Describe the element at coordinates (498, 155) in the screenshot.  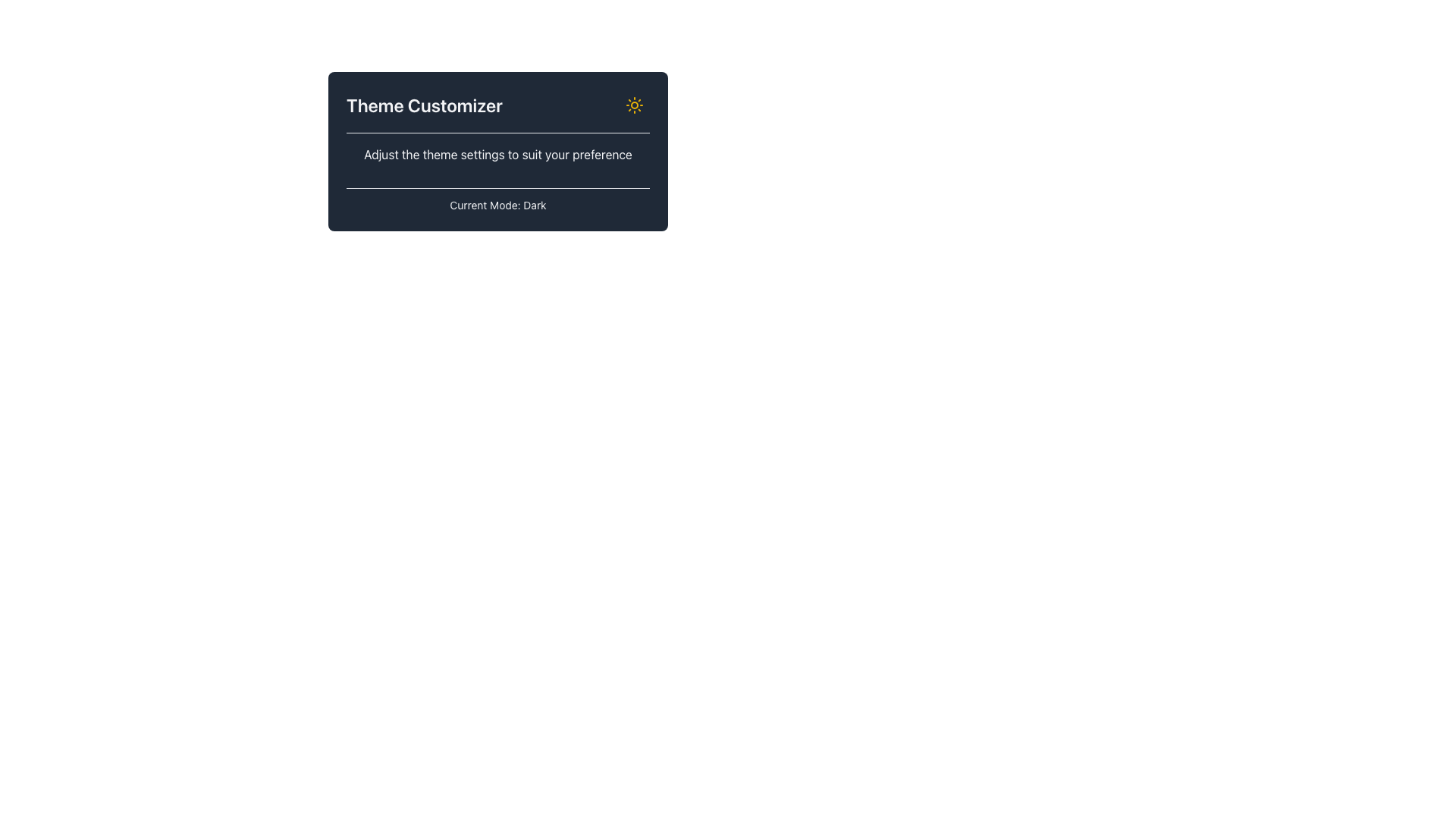
I see `the static text label that provides guidance for adjusting theme settings in the 'Theme Customizer' panel` at that location.